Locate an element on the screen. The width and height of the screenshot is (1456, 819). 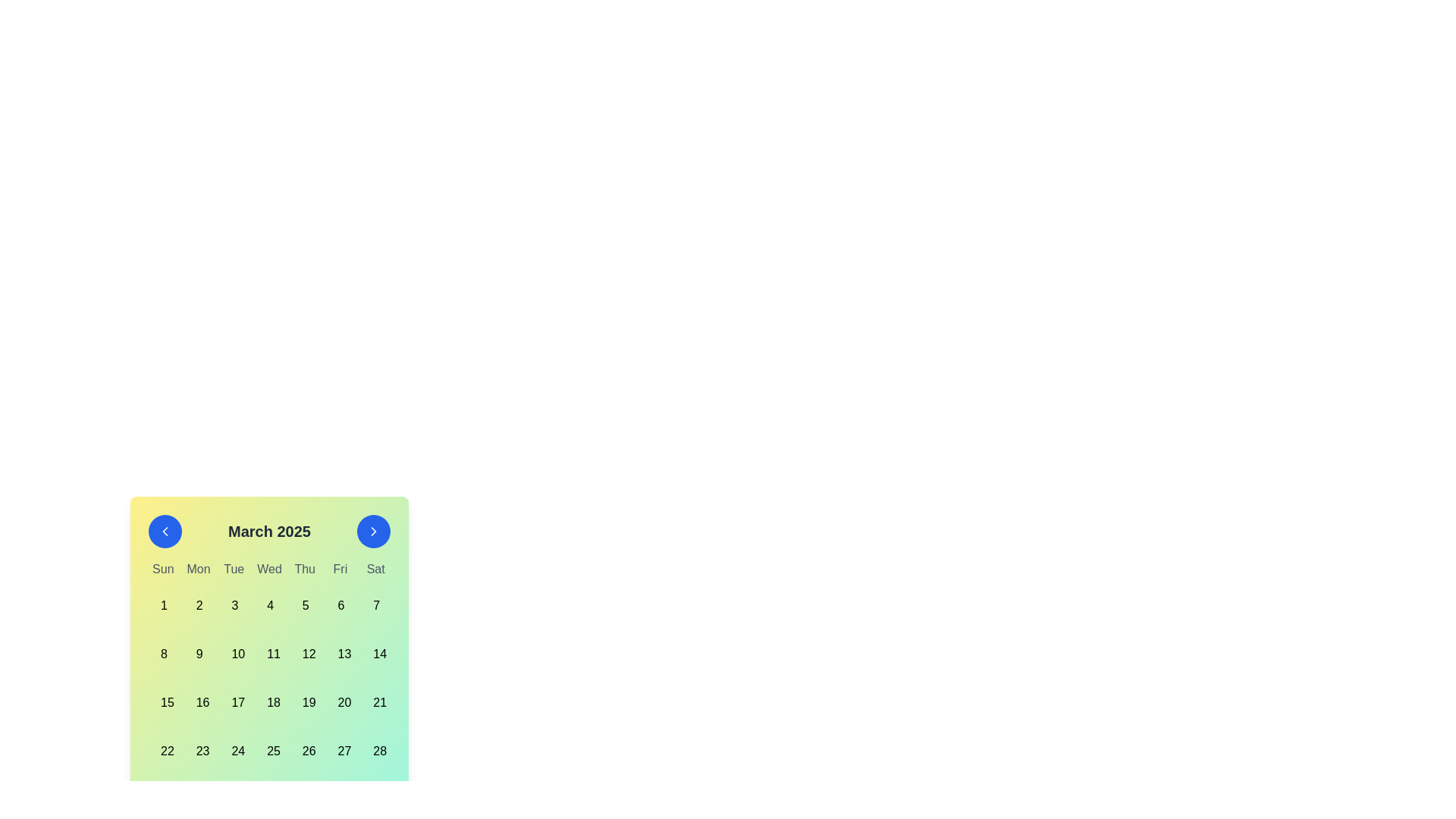
the rounded rectangular button labeled '16' in the fifth row and second column of the calendar is located at coordinates (198, 702).